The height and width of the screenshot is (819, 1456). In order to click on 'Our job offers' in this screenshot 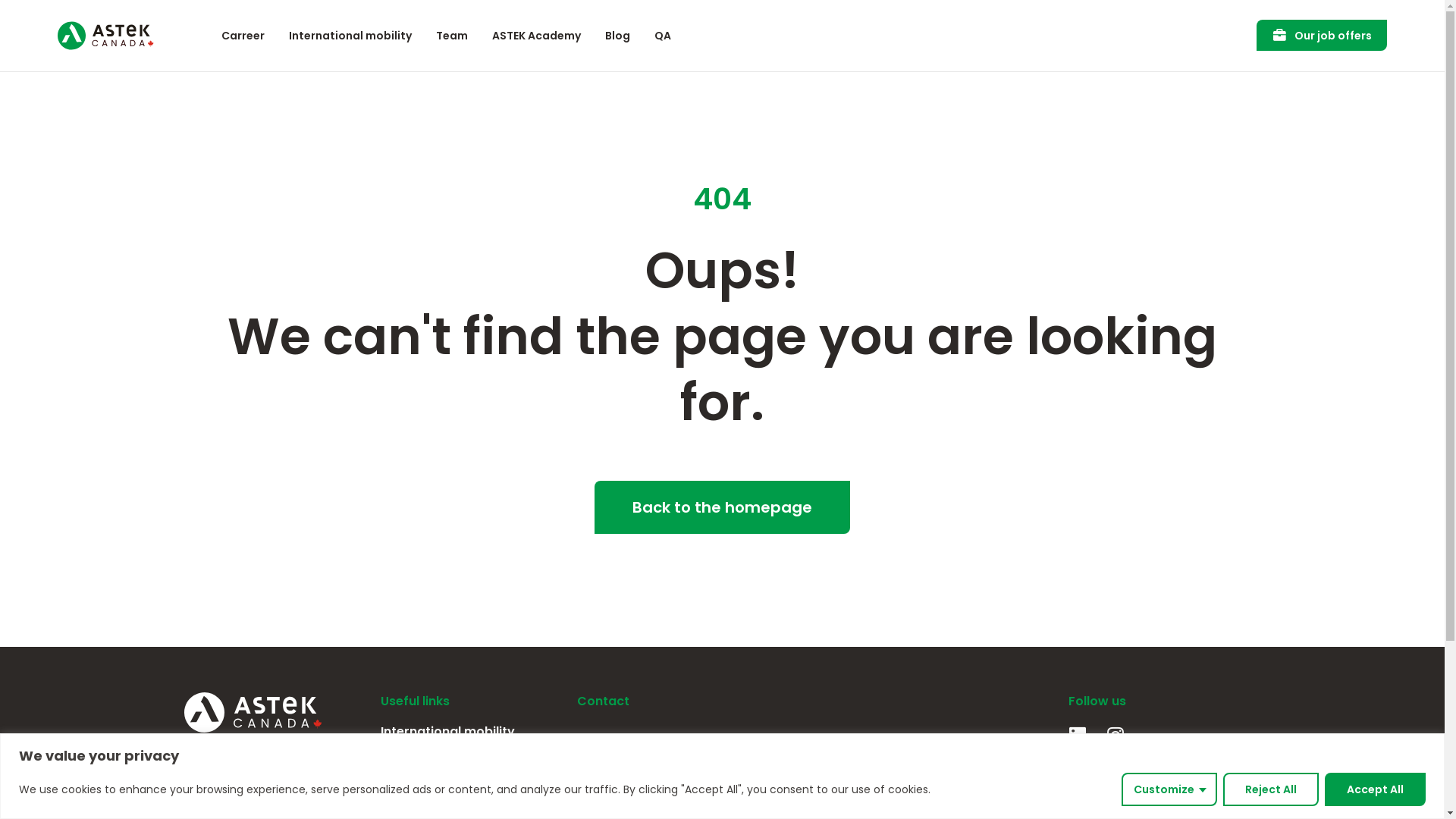, I will do `click(1320, 34)`.